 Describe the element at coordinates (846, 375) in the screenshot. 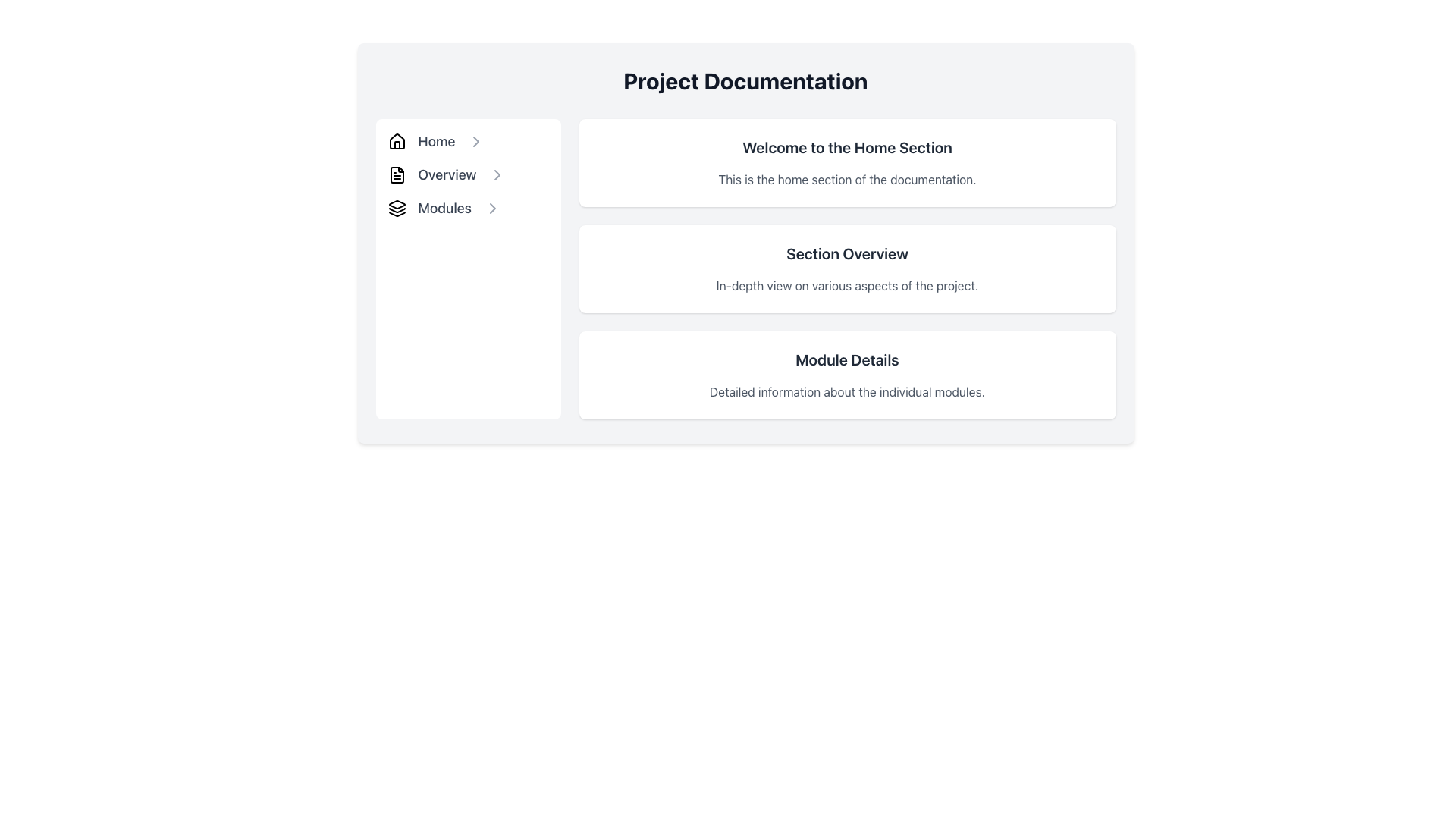

I see `the informational block located in the main content area, which is the third section below 'Section Overview' and above the footer, and is horizontally centered` at that location.